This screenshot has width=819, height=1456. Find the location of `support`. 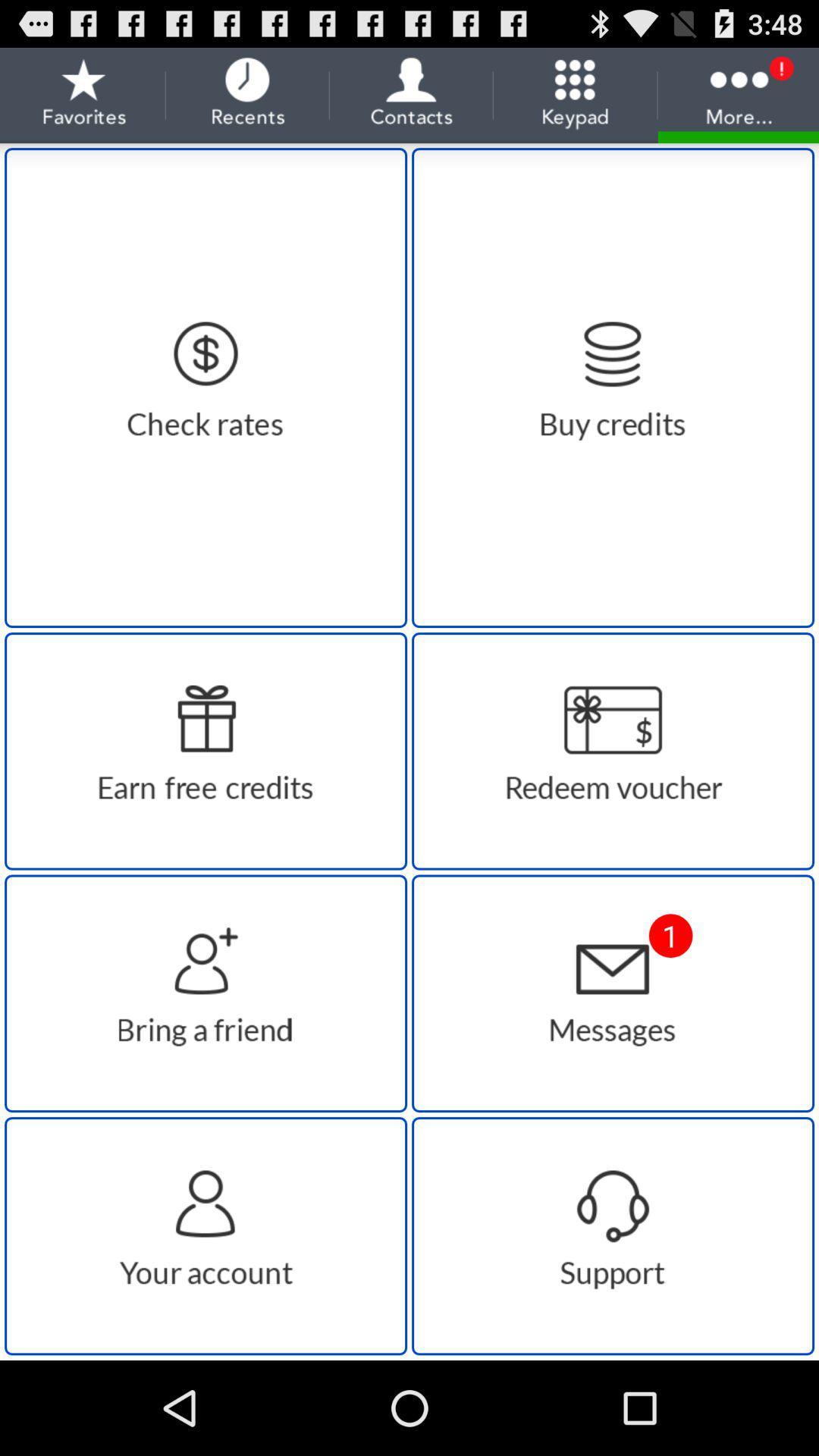

support is located at coordinates (612, 1236).